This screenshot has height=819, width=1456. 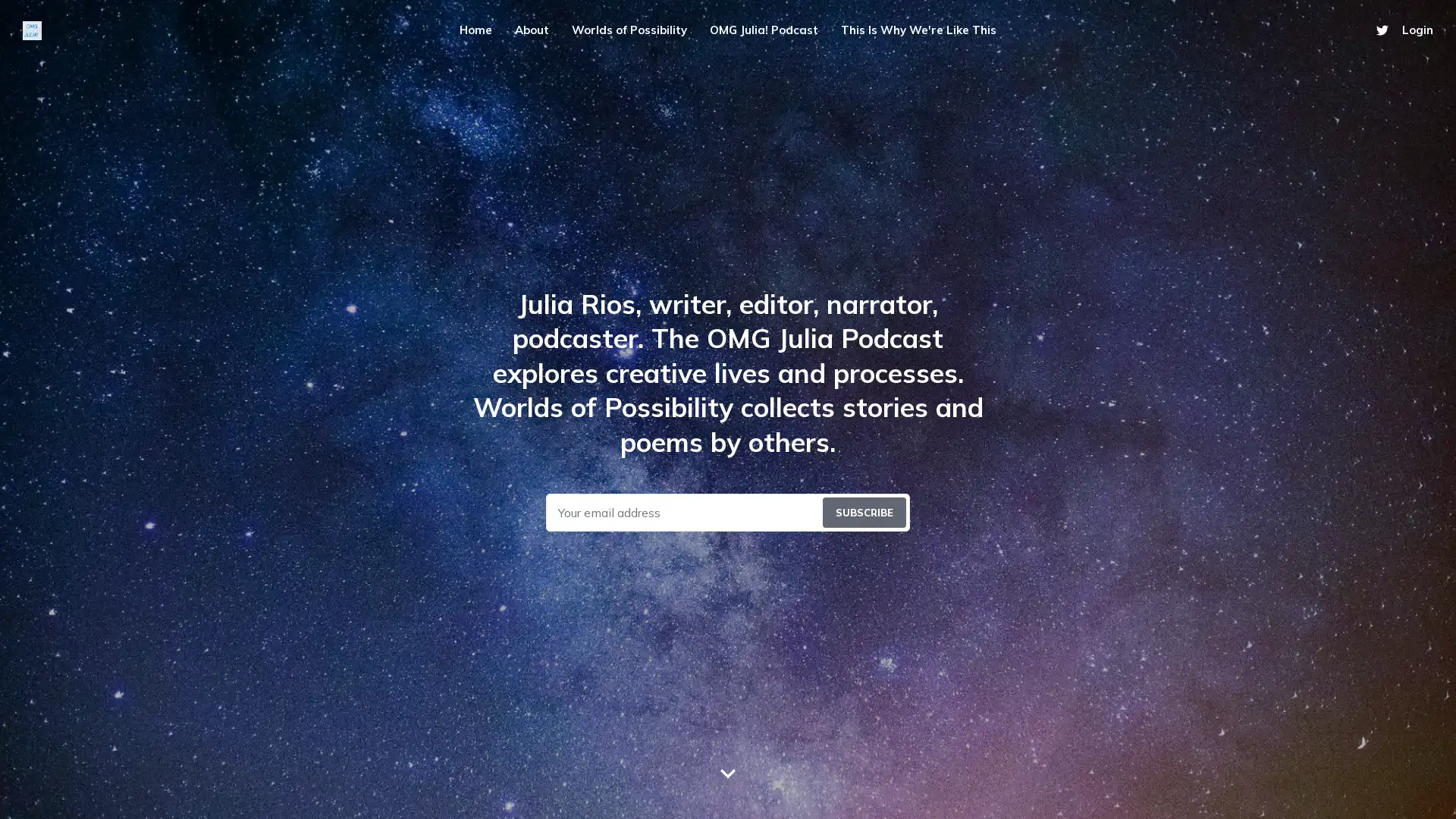 What do you see at coordinates (1417, 30) in the screenshot?
I see `Login` at bounding box center [1417, 30].